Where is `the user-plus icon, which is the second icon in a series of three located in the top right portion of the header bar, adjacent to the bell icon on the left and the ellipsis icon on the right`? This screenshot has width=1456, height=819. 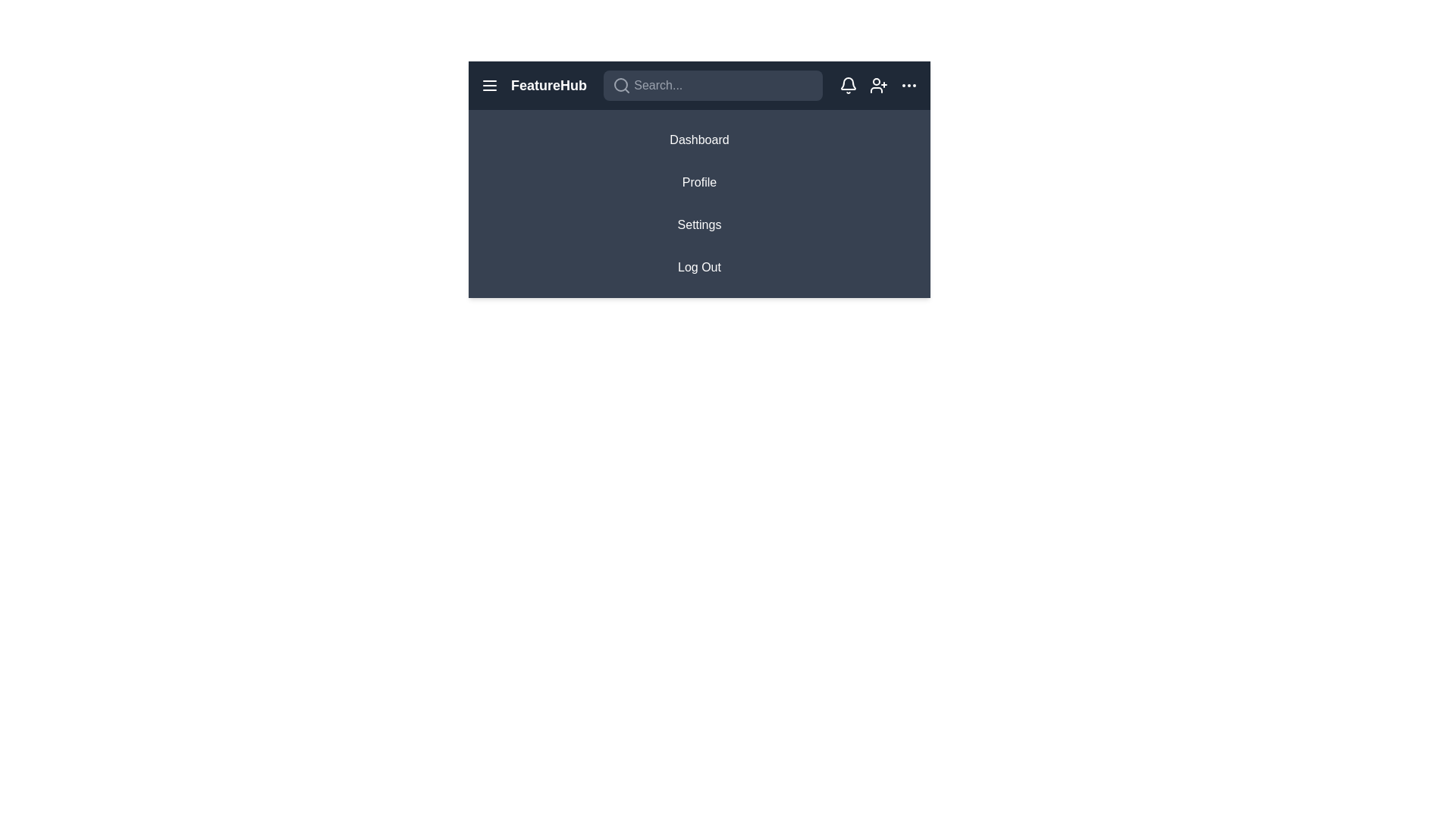
the user-plus icon, which is the second icon in a series of three located in the top right portion of the header bar, adjacent to the bell icon on the left and the ellipsis icon on the right is located at coordinates (878, 85).